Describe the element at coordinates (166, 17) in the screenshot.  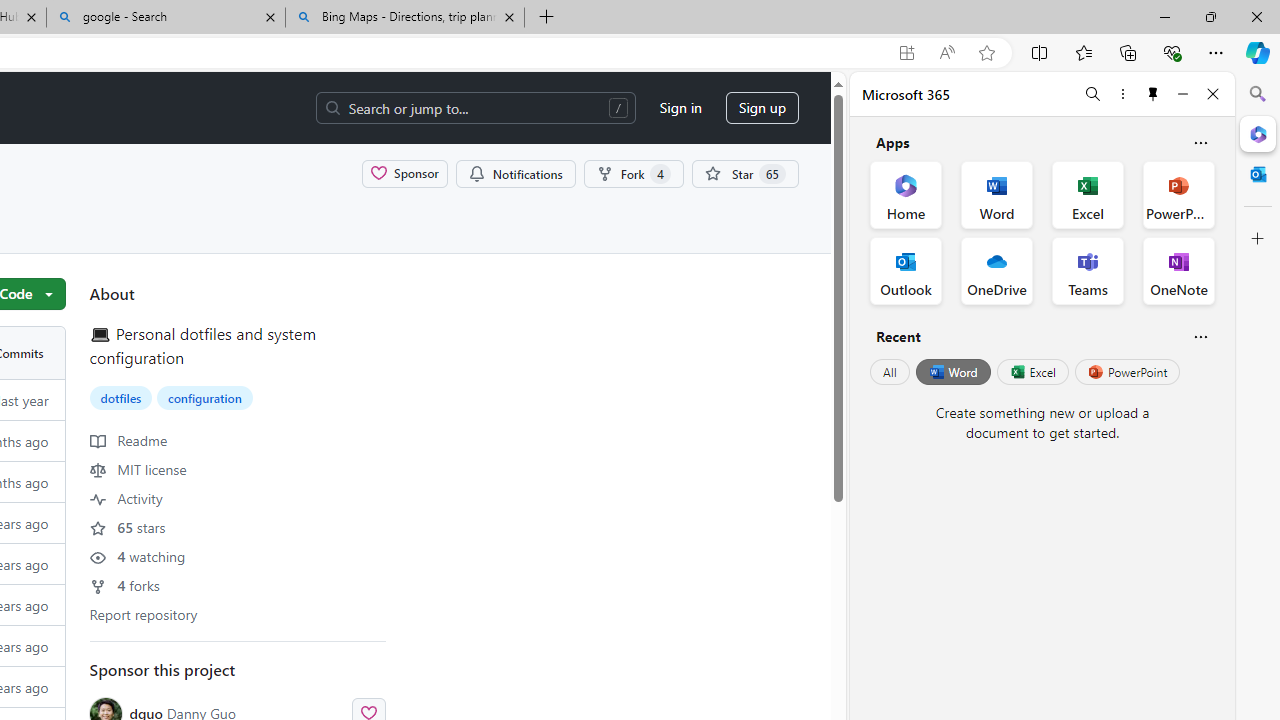
I see `'google - Search'` at that location.